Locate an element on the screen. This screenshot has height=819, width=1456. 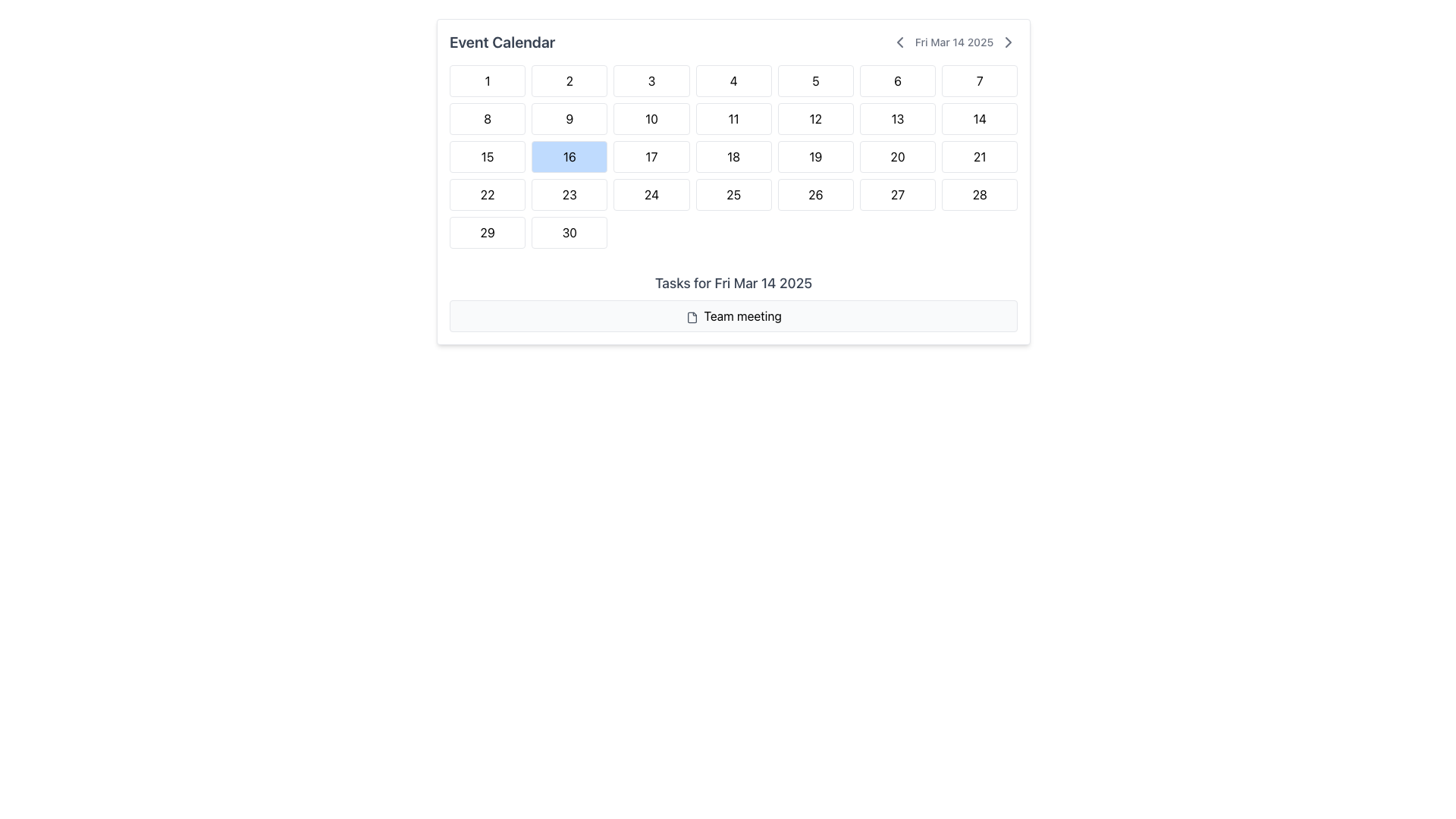
the button displaying the number '28' in the calendar grid is located at coordinates (980, 194).